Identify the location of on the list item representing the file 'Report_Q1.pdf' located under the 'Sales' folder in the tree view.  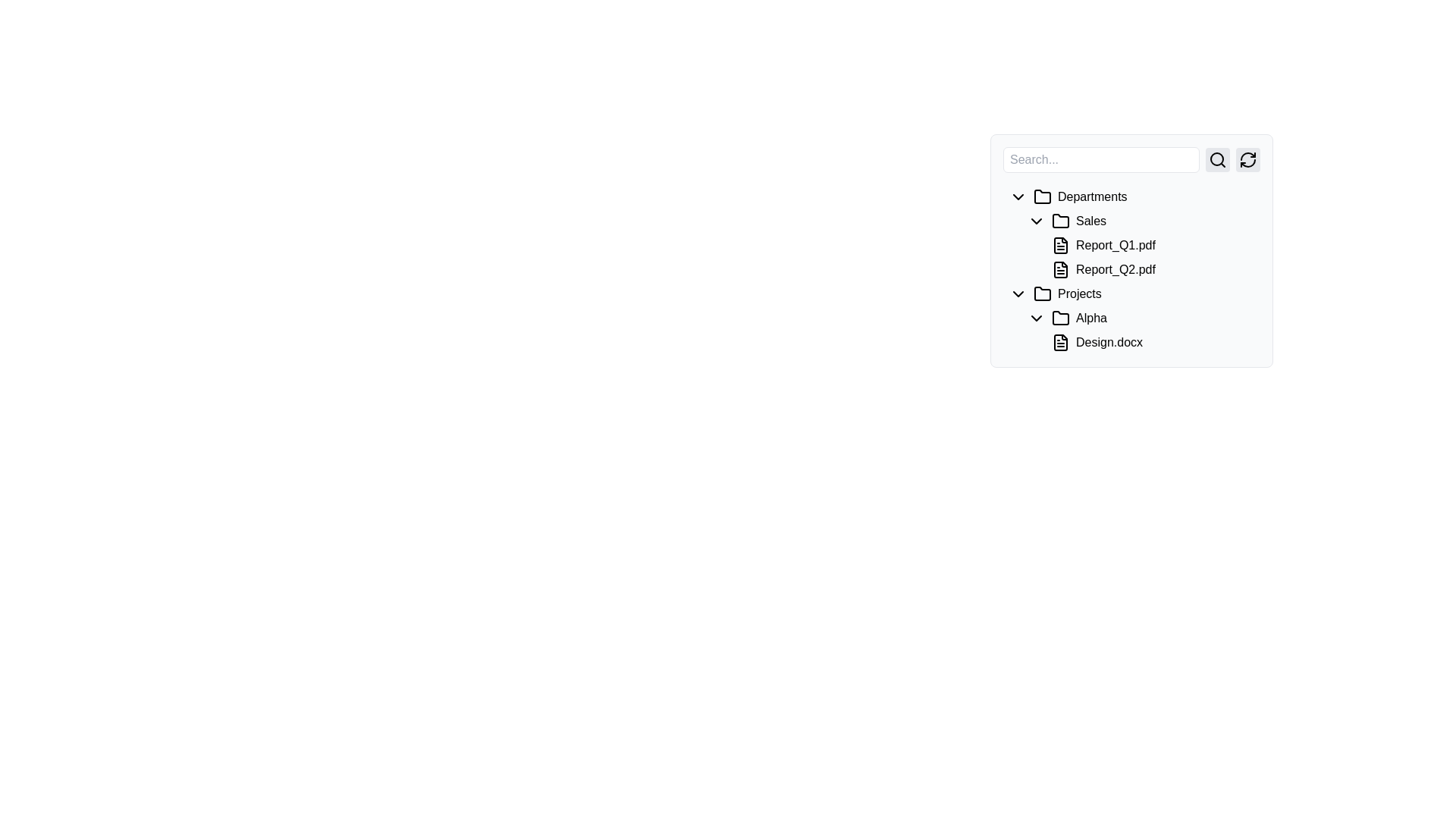
(1131, 234).